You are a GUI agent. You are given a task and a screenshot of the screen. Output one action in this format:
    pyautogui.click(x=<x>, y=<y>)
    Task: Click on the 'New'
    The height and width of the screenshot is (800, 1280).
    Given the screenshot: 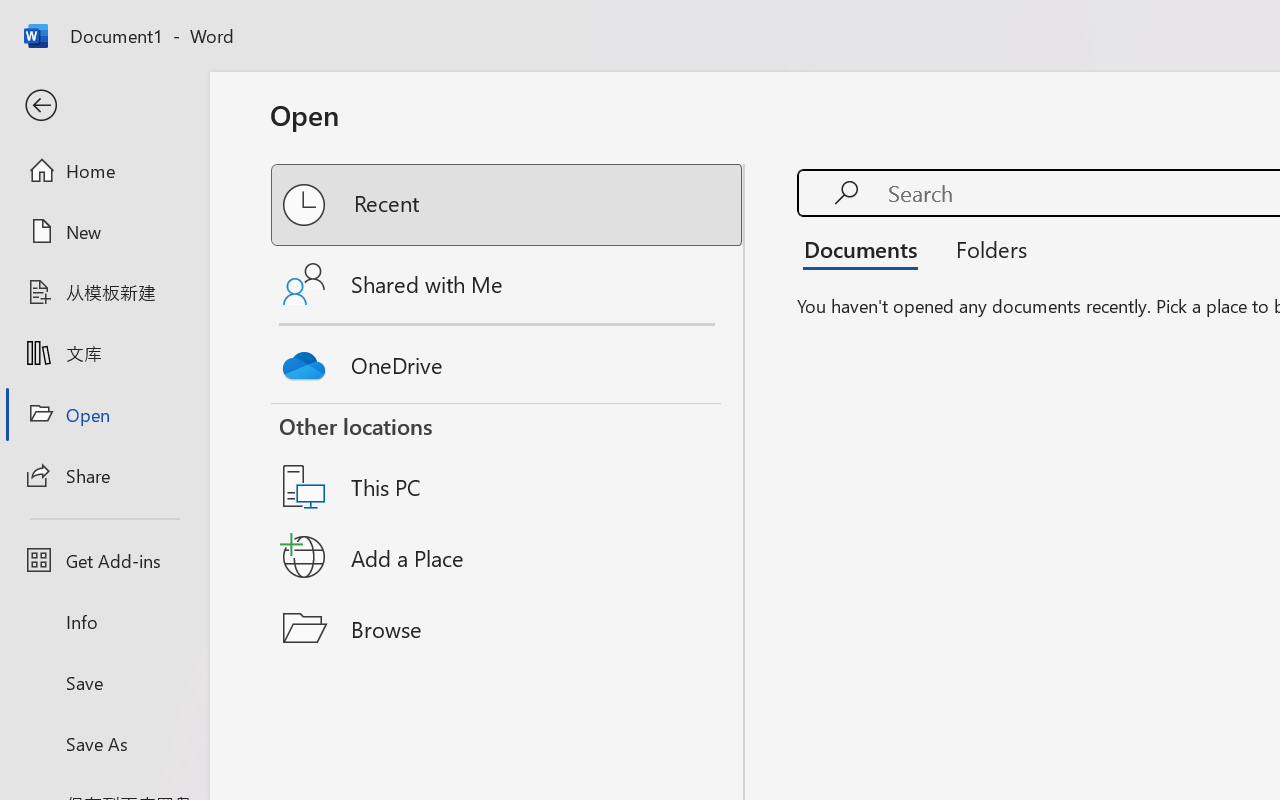 What is the action you would take?
    pyautogui.click(x=103, y=231)
    